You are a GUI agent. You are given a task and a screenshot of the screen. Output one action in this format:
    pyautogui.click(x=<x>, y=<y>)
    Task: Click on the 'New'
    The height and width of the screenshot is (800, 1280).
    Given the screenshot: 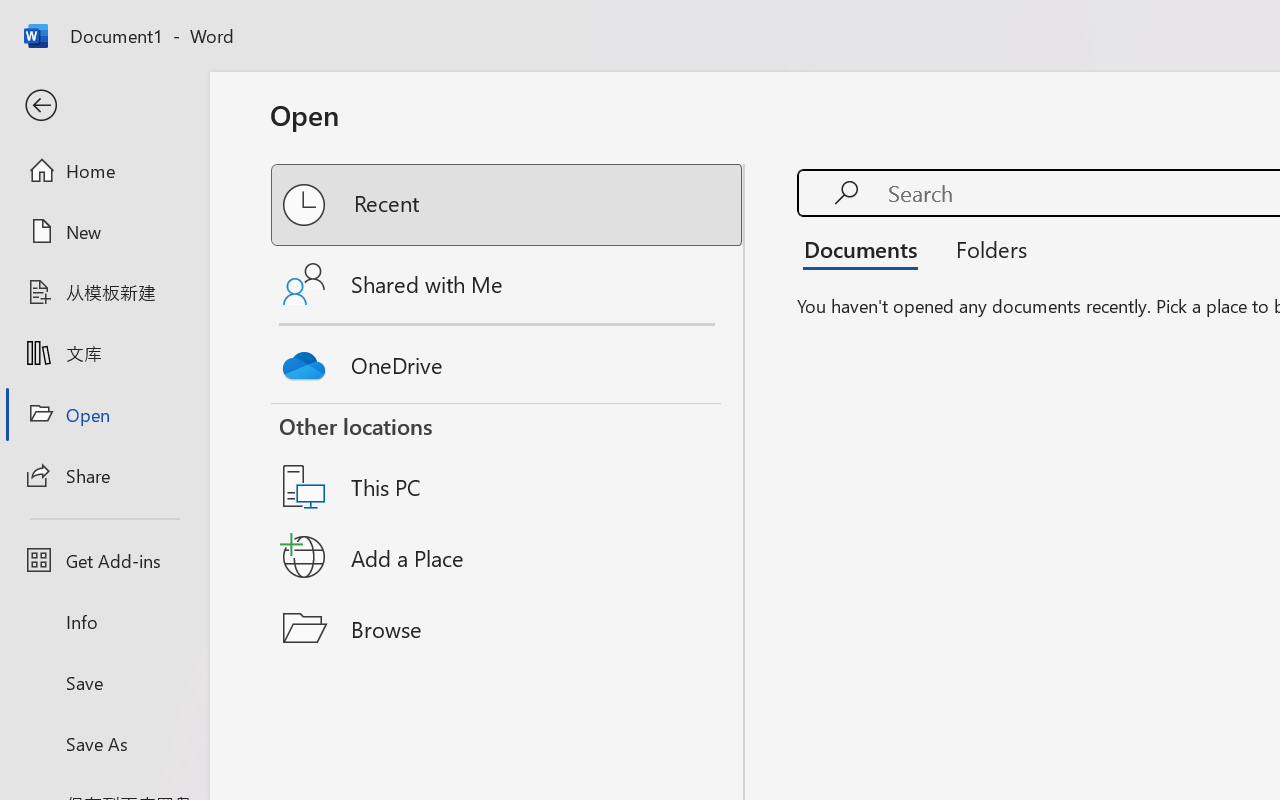 What is the action you would take?
    pyautogui.click(x=103, y=231)
    